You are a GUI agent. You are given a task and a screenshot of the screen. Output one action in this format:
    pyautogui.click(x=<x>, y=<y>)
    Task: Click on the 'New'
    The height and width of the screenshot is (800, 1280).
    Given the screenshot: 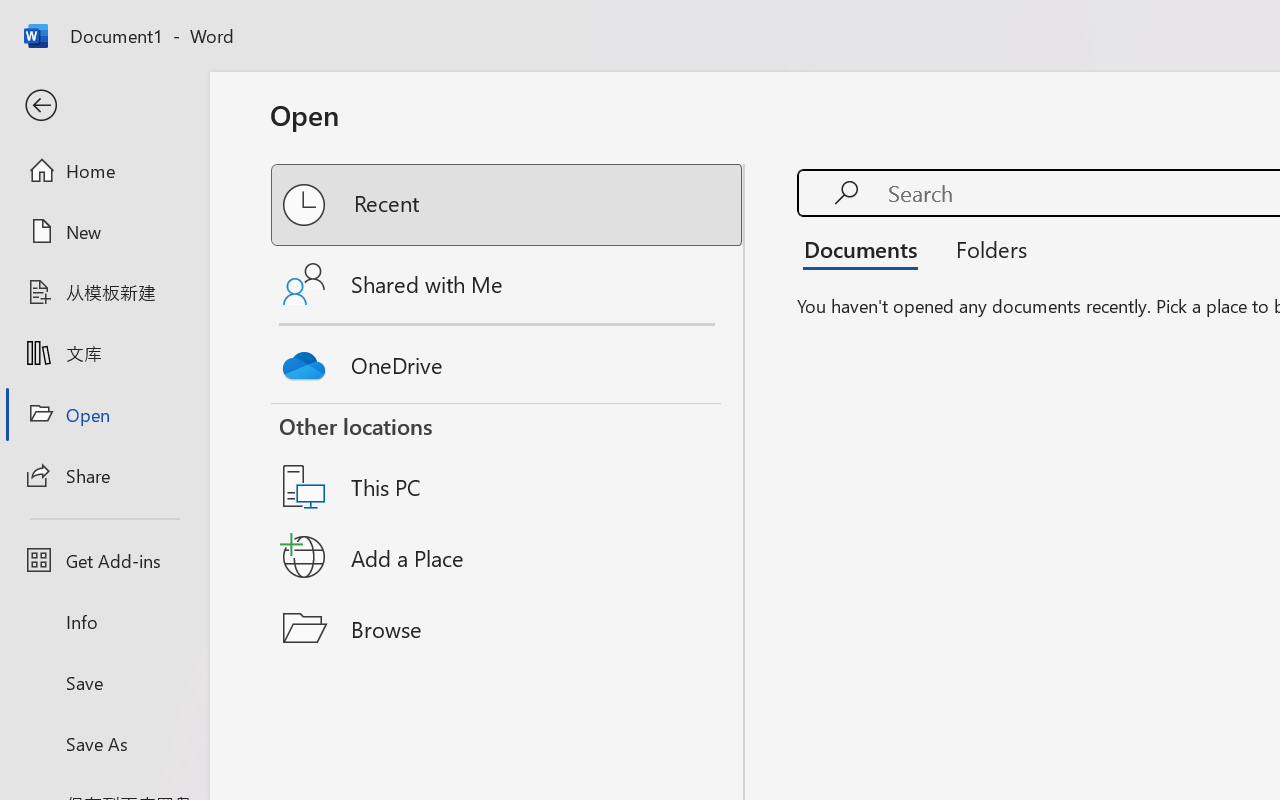 What is the action you would take?
    pyautogui.click(x=103, y=231)
    